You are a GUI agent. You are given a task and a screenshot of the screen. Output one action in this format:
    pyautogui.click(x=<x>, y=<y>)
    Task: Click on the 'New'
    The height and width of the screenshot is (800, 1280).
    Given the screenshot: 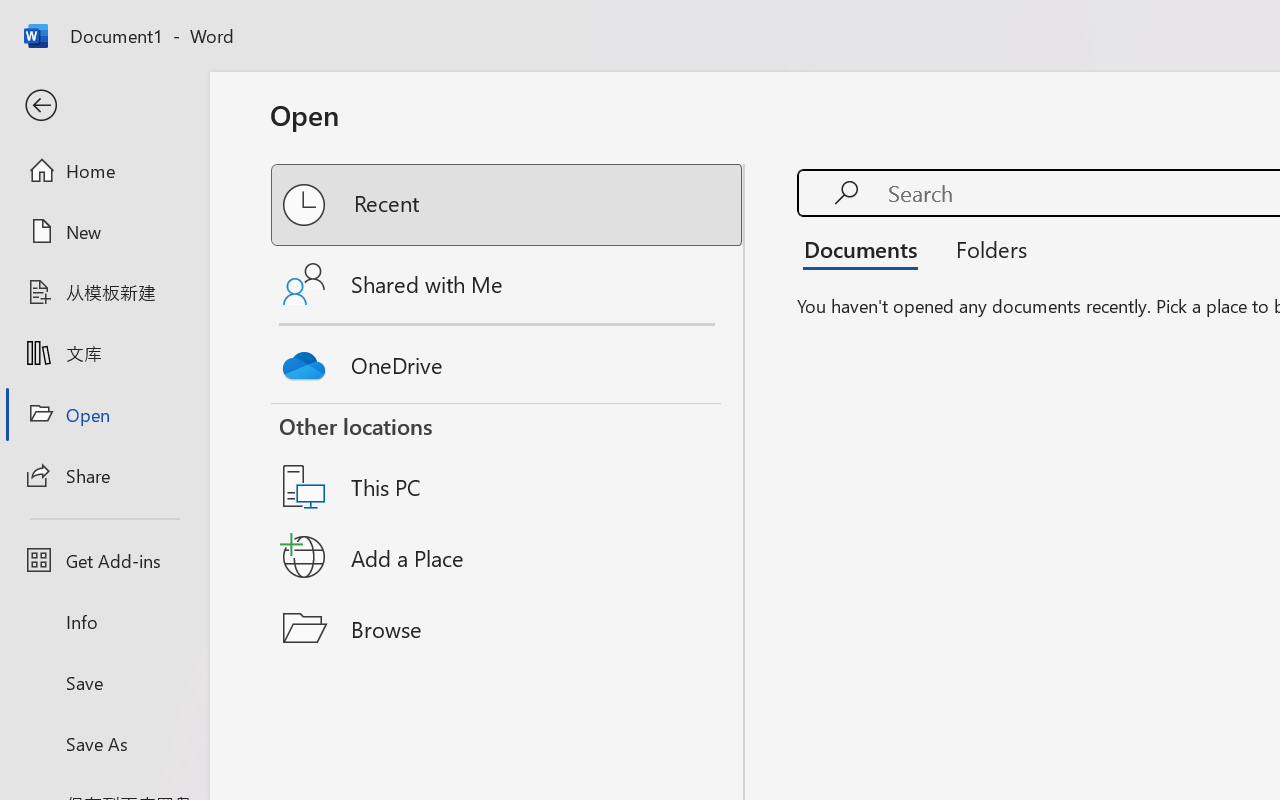 What is the action you would take?
    pyautogui.click(x=103, y=231)
    